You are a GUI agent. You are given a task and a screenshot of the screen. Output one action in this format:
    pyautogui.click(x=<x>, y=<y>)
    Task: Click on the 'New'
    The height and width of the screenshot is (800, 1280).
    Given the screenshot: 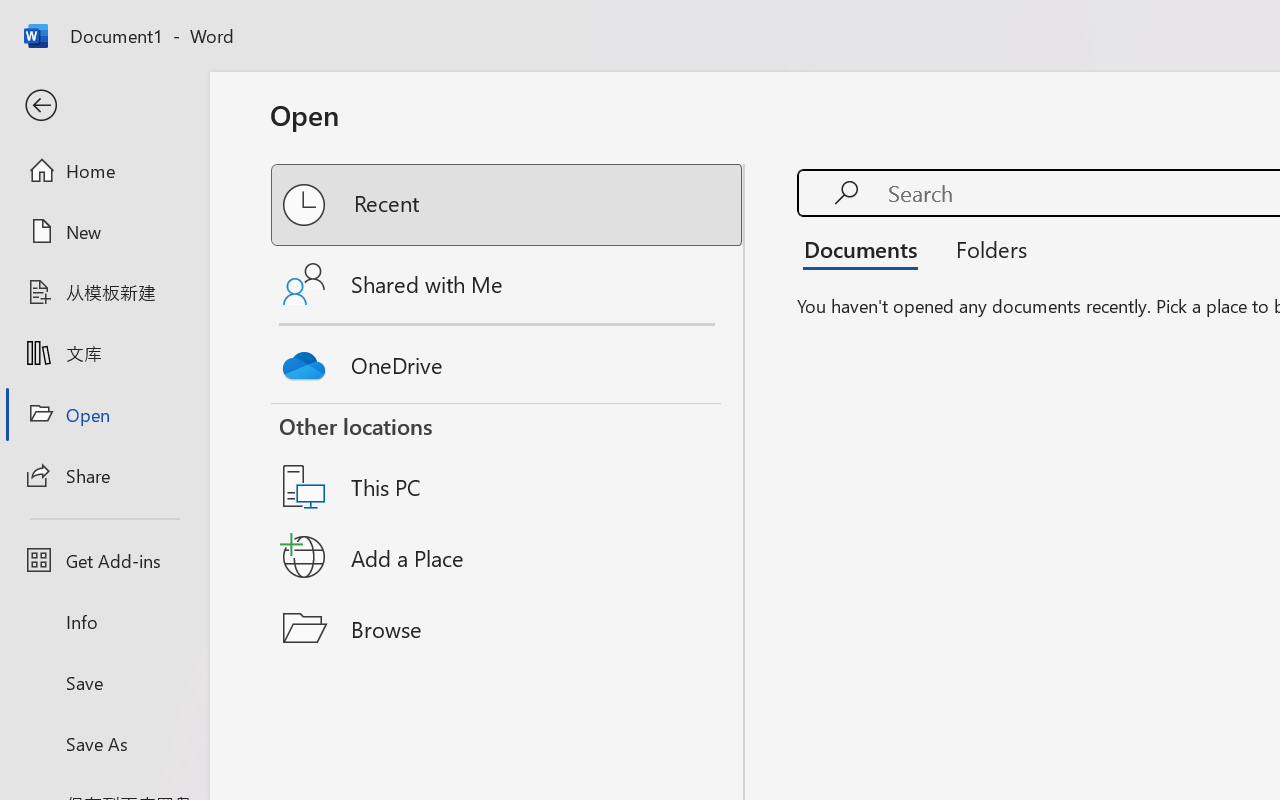 What is the action you would take?
    pyautogui.click(x=103, y=231)
    